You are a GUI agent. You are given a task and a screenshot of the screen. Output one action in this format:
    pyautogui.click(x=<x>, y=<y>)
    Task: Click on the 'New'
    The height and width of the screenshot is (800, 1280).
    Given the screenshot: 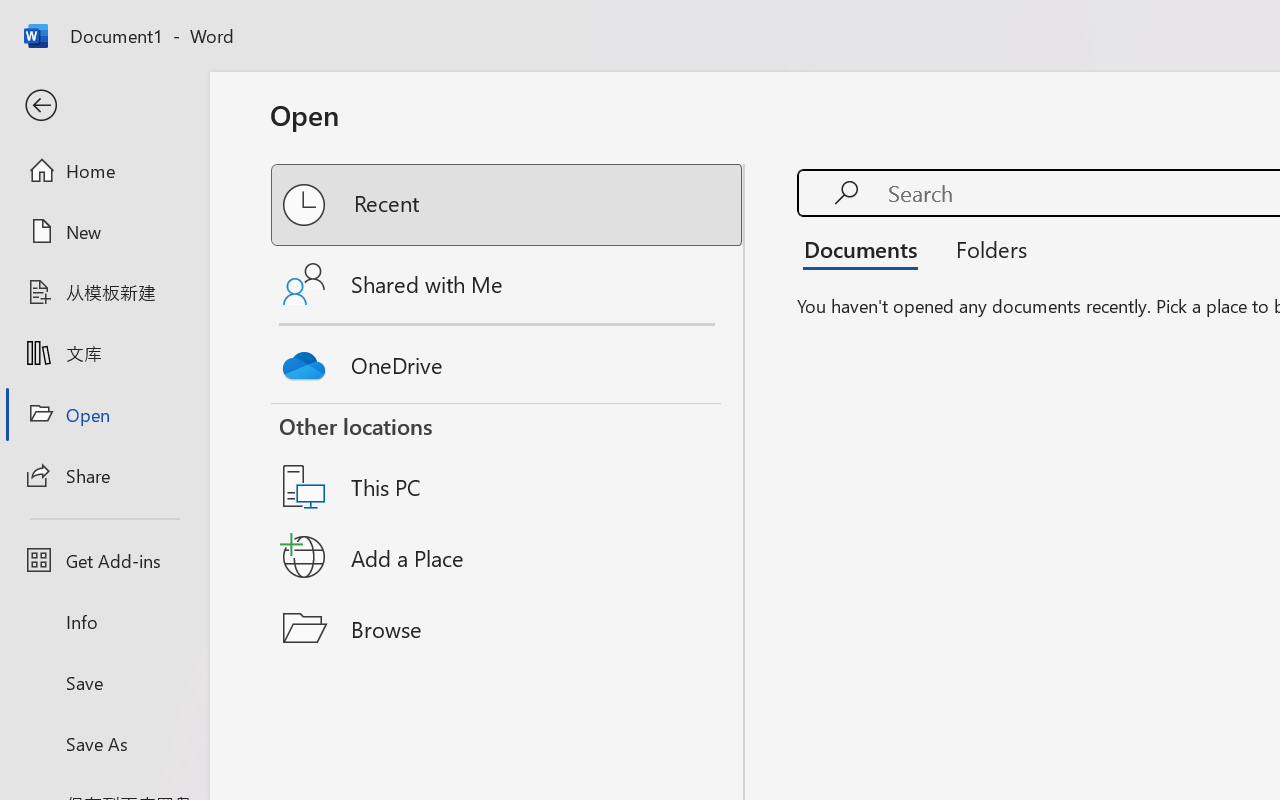 What is the action you would take?
    pyautogui.click(x=103, y=231)
    